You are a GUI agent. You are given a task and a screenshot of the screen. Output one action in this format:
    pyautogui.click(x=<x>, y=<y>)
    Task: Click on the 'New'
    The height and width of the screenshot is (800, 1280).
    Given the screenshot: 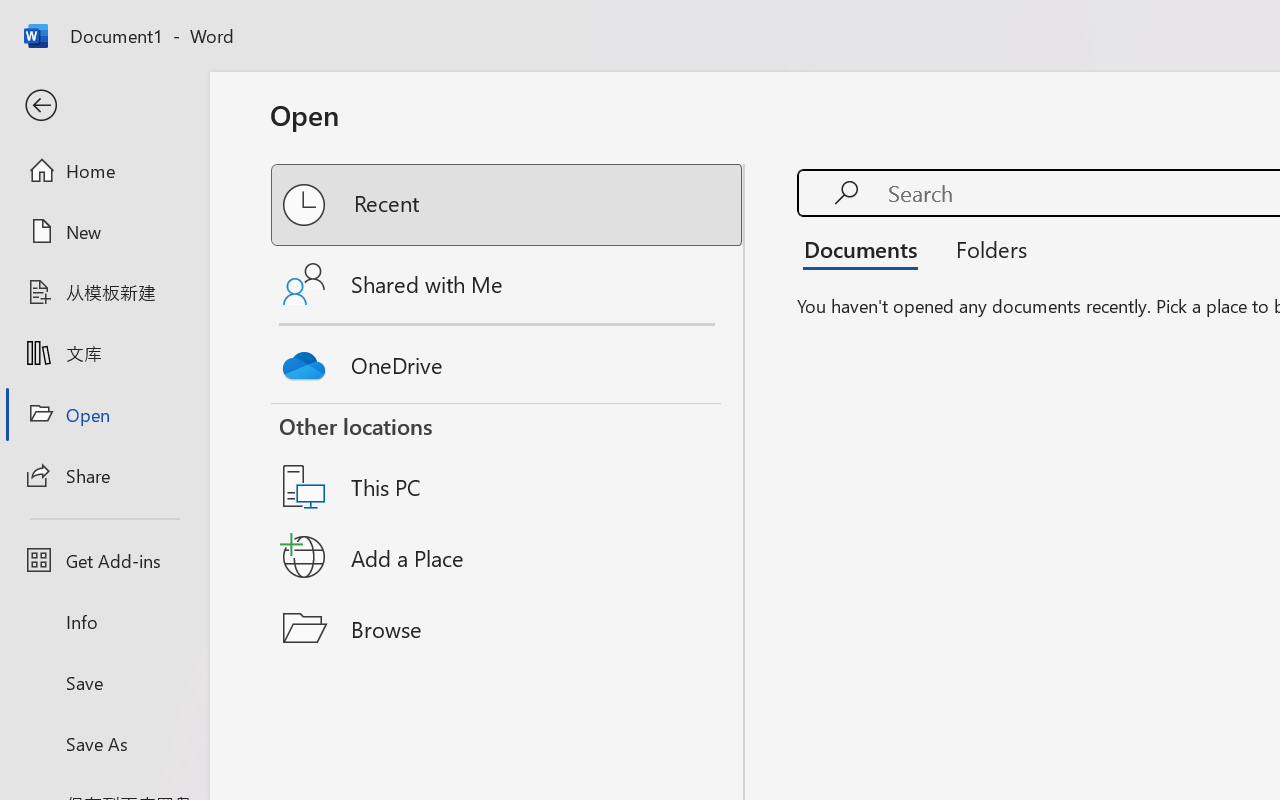 What is the action you would take?
    pyautogui.click(x=103, y=231)
    